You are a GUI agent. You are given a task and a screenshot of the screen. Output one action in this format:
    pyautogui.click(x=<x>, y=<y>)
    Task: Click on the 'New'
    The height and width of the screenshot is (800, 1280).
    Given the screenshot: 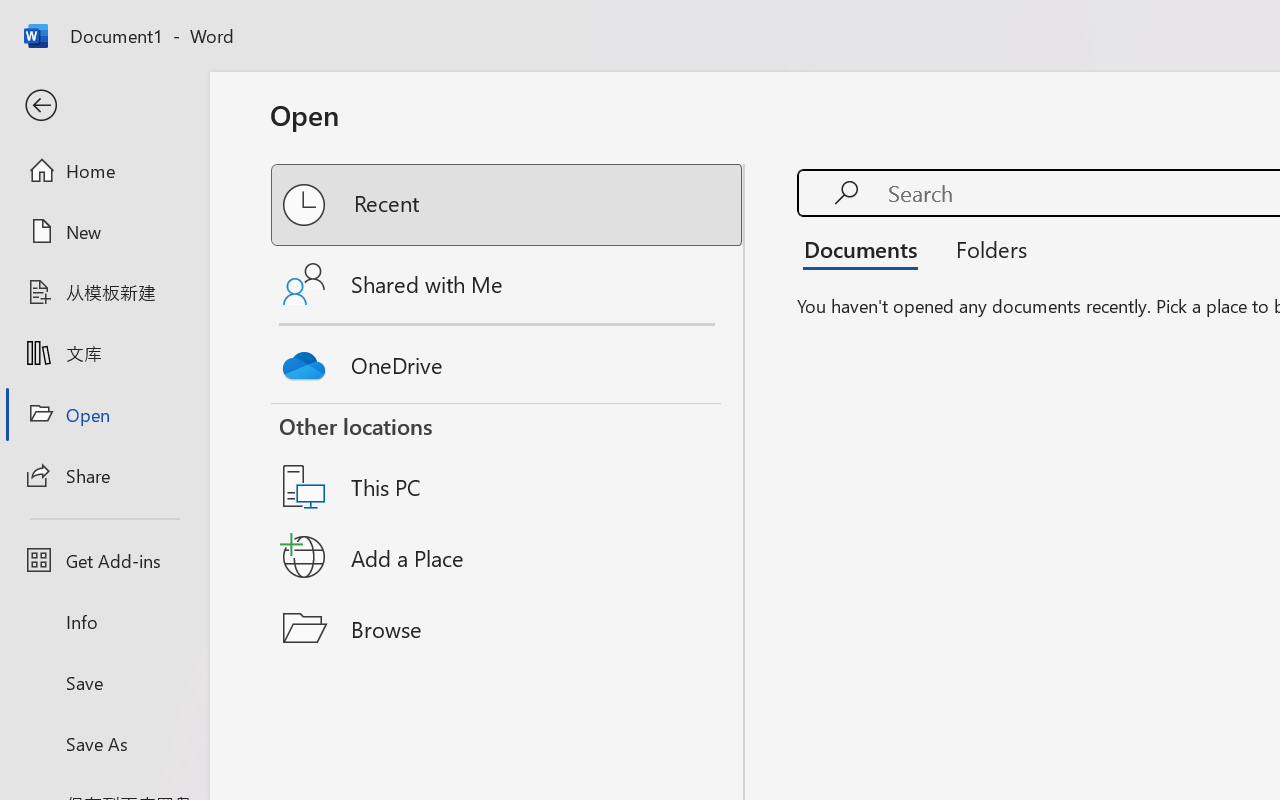 What is the action you would take?
    pyautogui.click(x=103, y=231)
    